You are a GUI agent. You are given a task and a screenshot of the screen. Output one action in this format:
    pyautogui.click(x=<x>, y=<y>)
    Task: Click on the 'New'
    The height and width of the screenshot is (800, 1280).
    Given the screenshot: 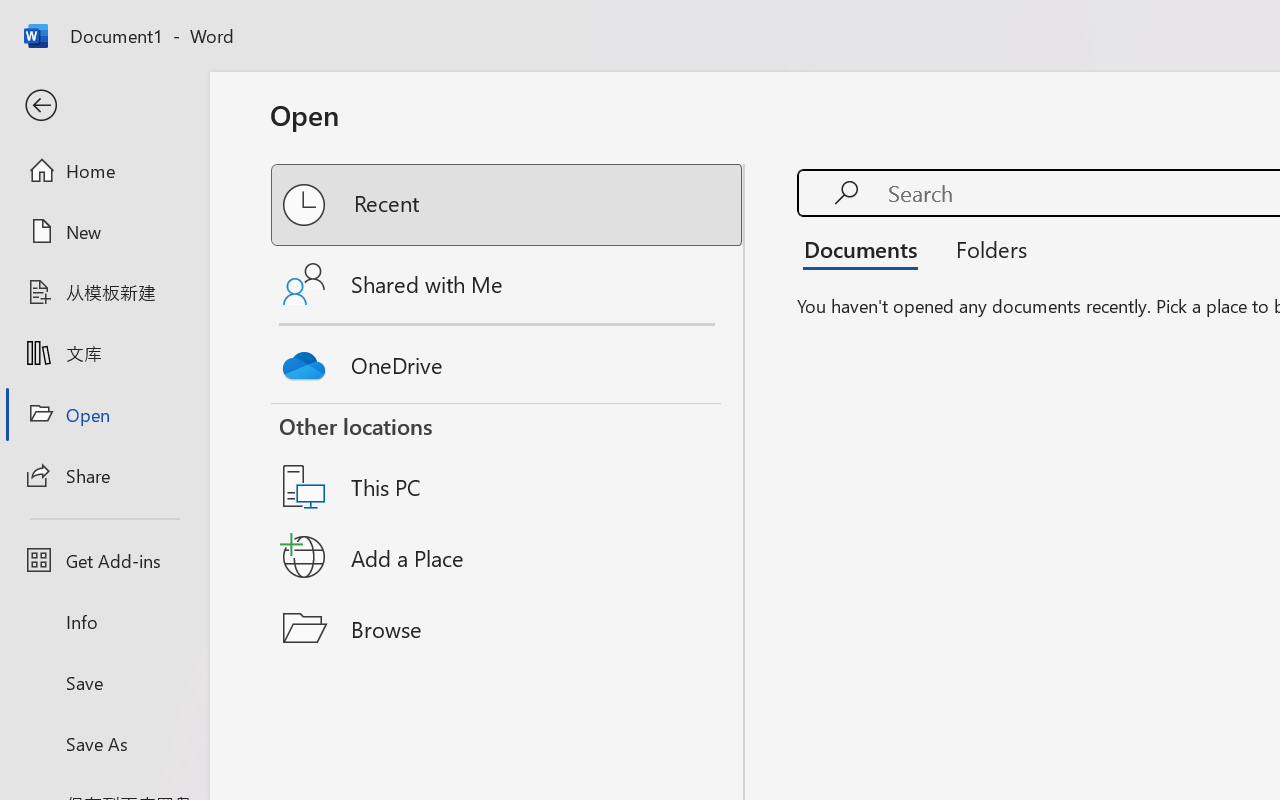 What is the action you would take?
    pyautogui.click(x=103, y=231)
    